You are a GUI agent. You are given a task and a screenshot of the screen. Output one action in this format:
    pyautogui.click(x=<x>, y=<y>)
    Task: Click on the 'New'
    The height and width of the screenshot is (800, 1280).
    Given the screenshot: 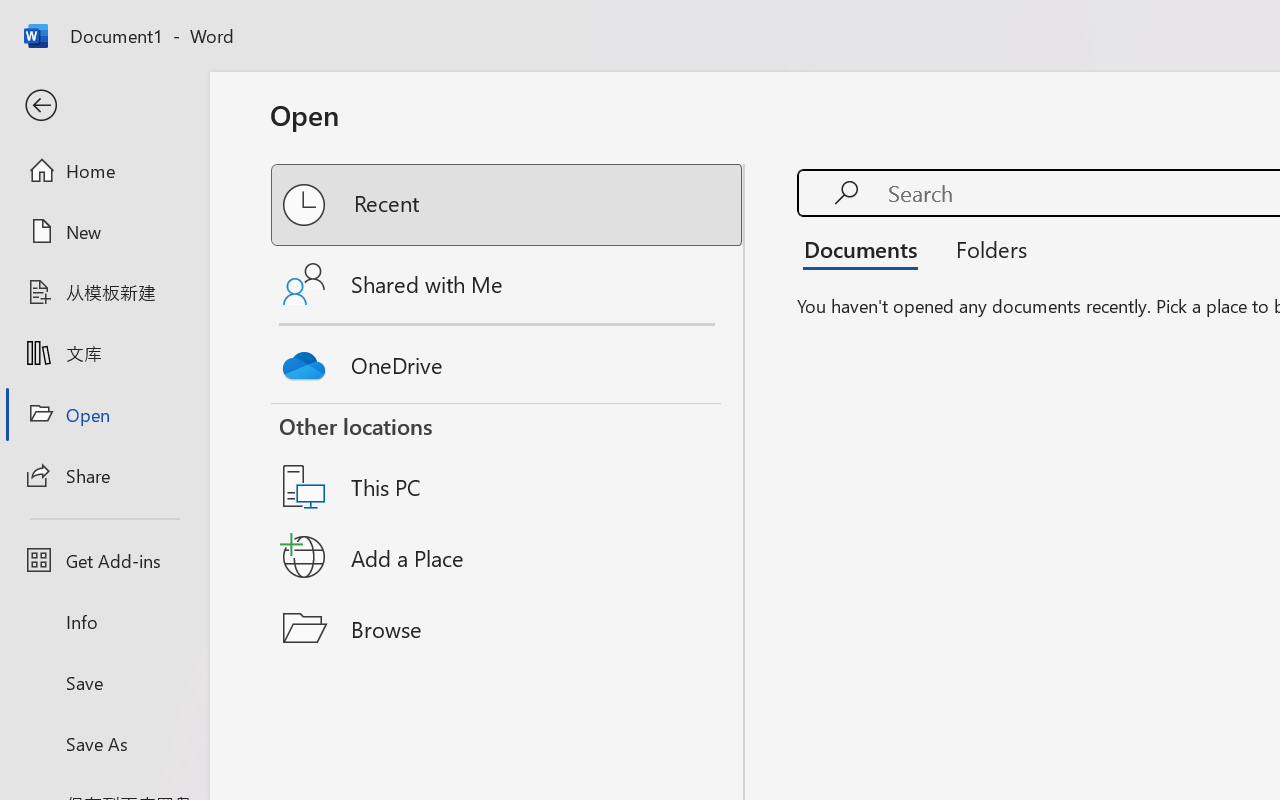 What is the action you would take?
    pyautogui.click(x=103, y=231)
    